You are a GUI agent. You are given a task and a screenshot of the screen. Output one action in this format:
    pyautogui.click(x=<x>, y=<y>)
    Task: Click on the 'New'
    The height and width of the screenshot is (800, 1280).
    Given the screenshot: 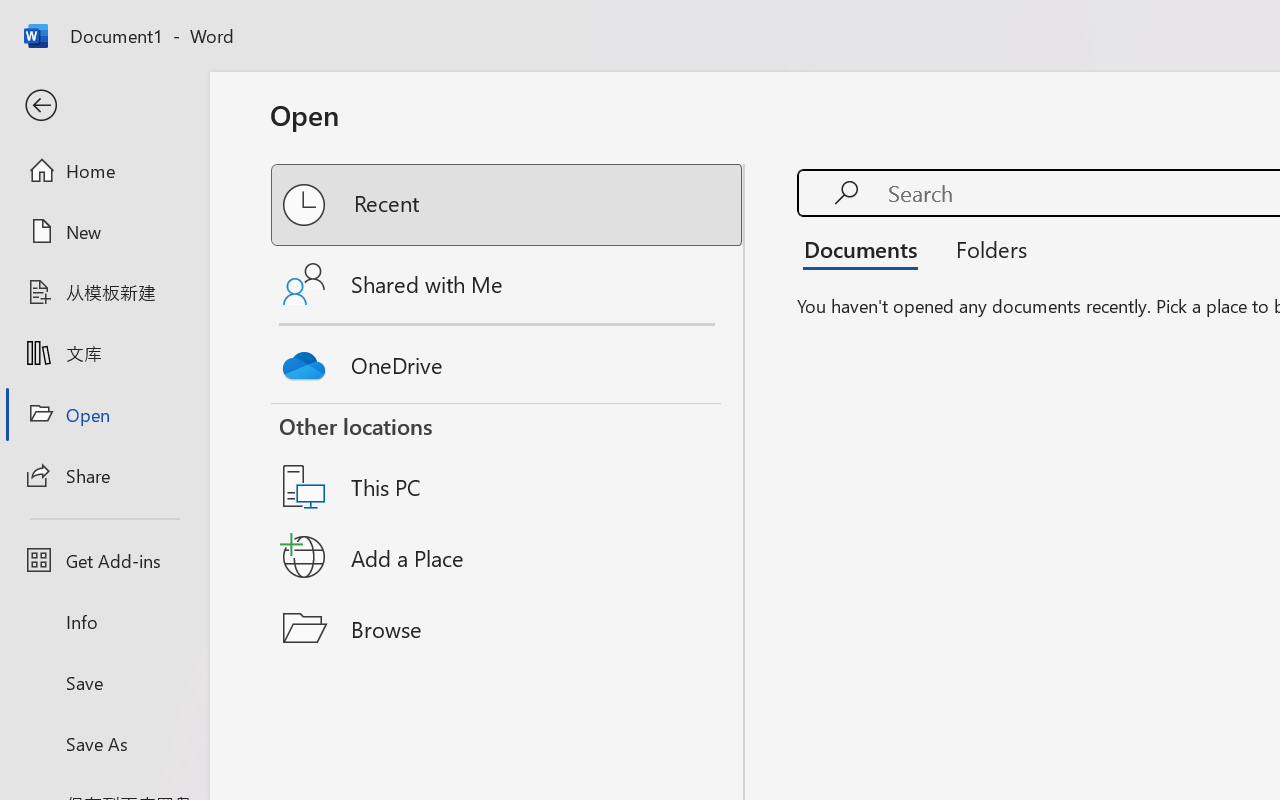 What is the action you would take?
    pyautogui.click(x=103, y=231)
    